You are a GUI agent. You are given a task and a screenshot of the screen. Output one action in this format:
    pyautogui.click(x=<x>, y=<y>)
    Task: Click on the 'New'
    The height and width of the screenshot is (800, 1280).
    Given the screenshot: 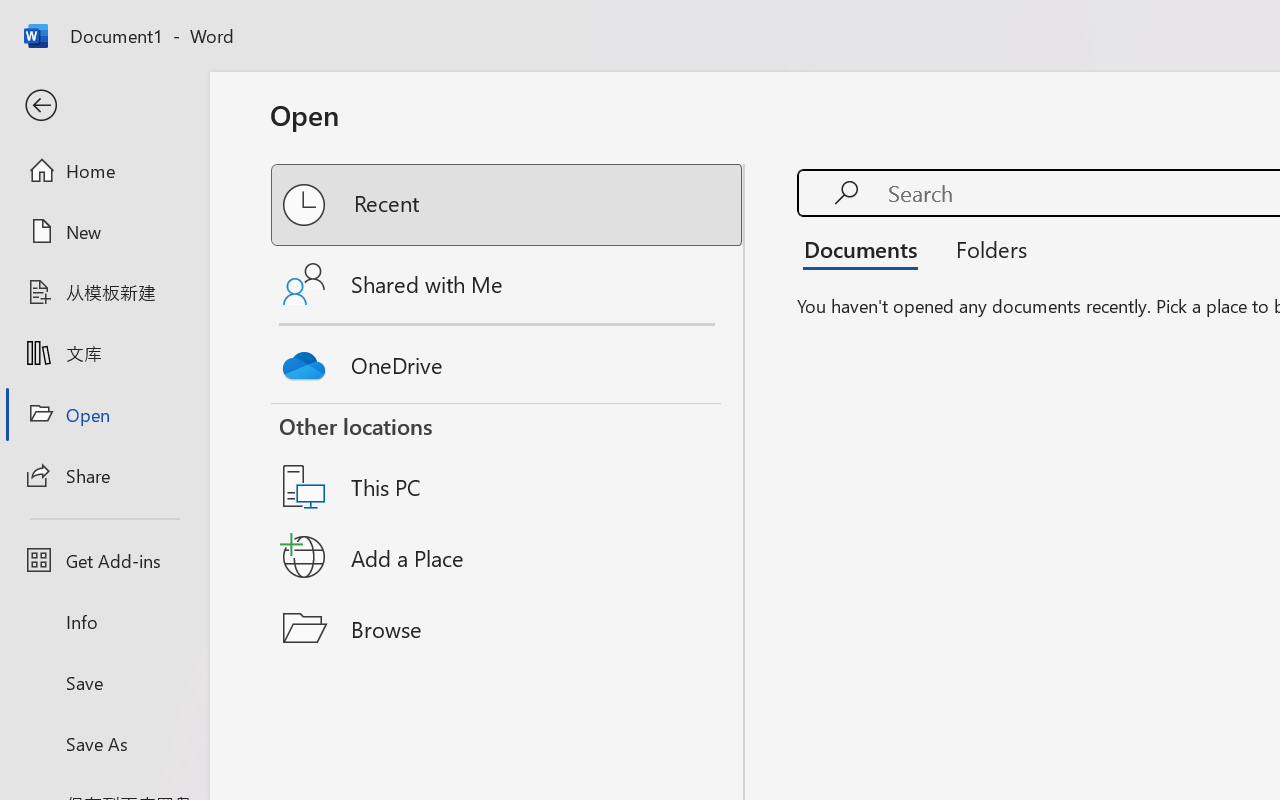 What is the action you would take?
    pyautogui.click(x=103, y=231)
    